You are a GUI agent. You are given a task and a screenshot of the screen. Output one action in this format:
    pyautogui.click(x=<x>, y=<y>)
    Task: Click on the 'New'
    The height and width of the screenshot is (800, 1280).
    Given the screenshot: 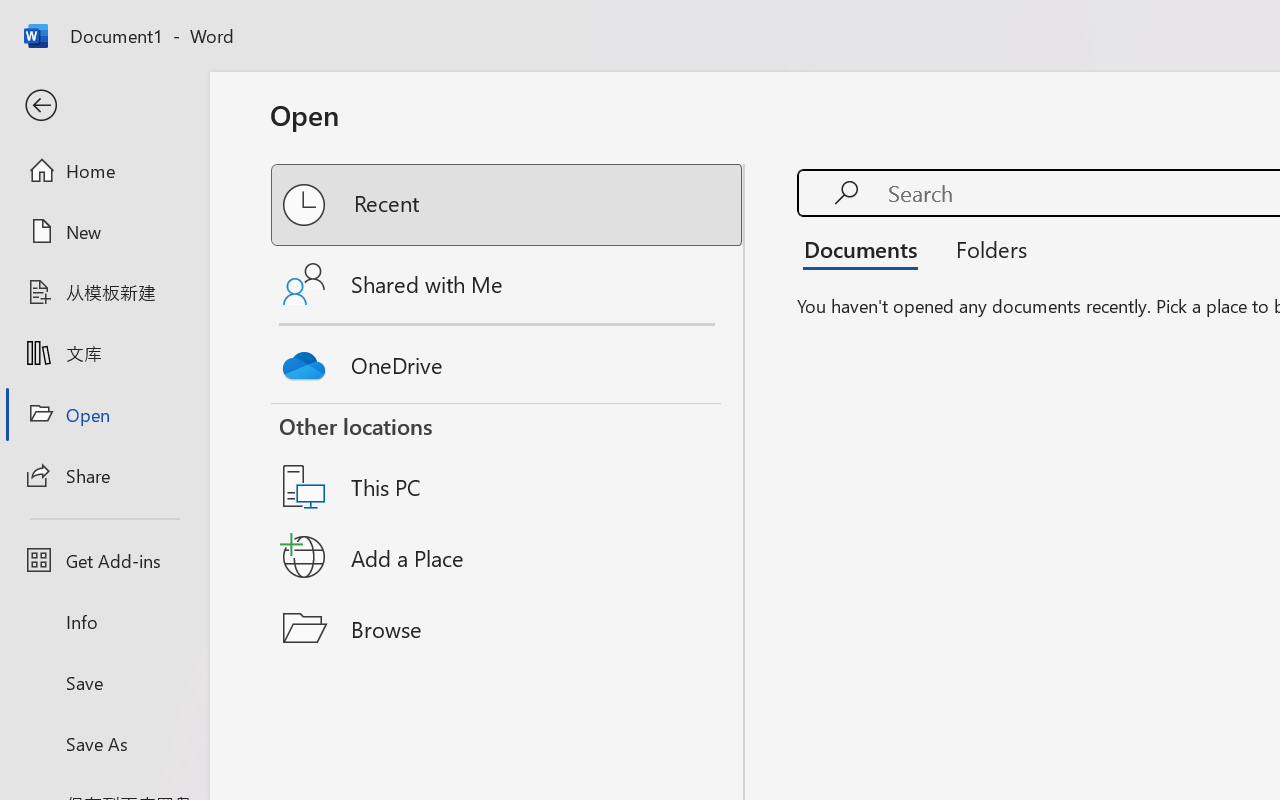 What is the action you would take?
    pyautogui.click(x=103, y=231)
    